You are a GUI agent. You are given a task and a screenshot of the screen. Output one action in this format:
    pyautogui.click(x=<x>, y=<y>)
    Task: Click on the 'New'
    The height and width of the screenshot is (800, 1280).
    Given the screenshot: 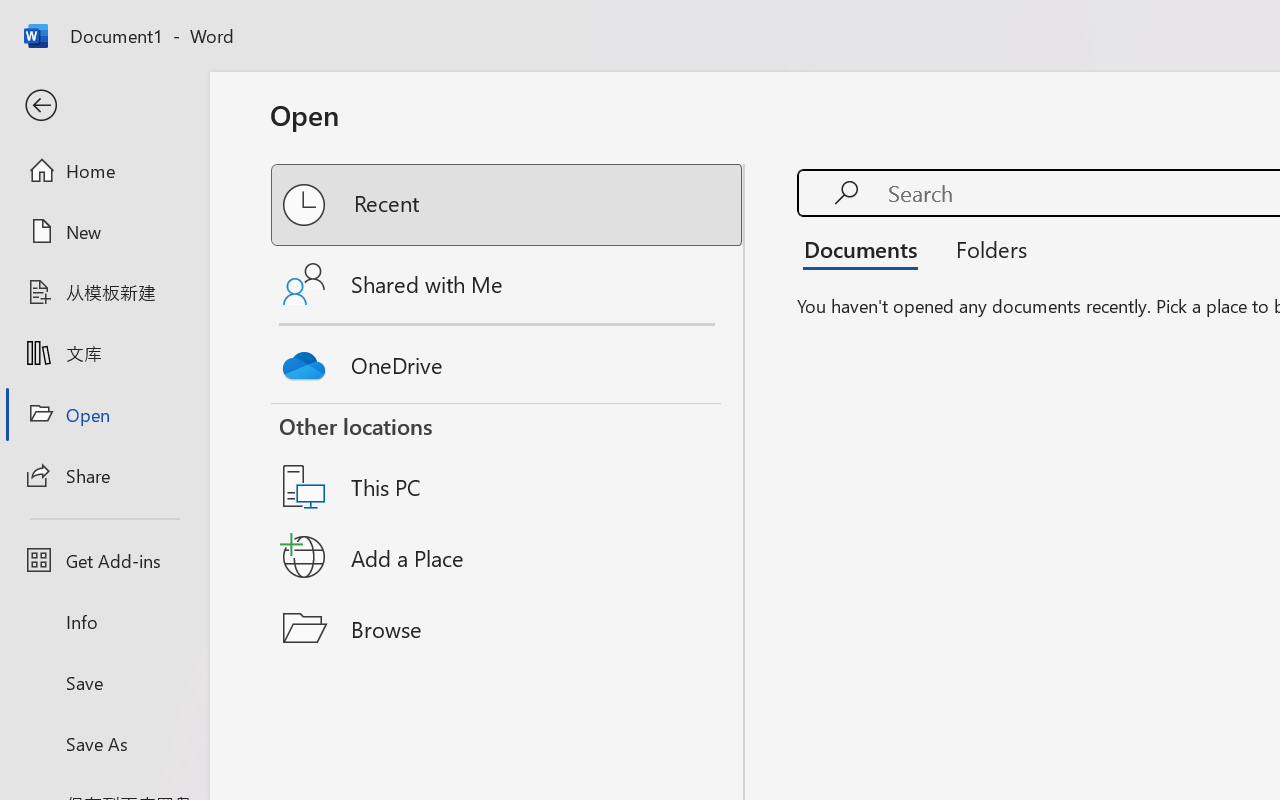 What is the action you would take?
    pyautogui.click(x=103, y=231)
    